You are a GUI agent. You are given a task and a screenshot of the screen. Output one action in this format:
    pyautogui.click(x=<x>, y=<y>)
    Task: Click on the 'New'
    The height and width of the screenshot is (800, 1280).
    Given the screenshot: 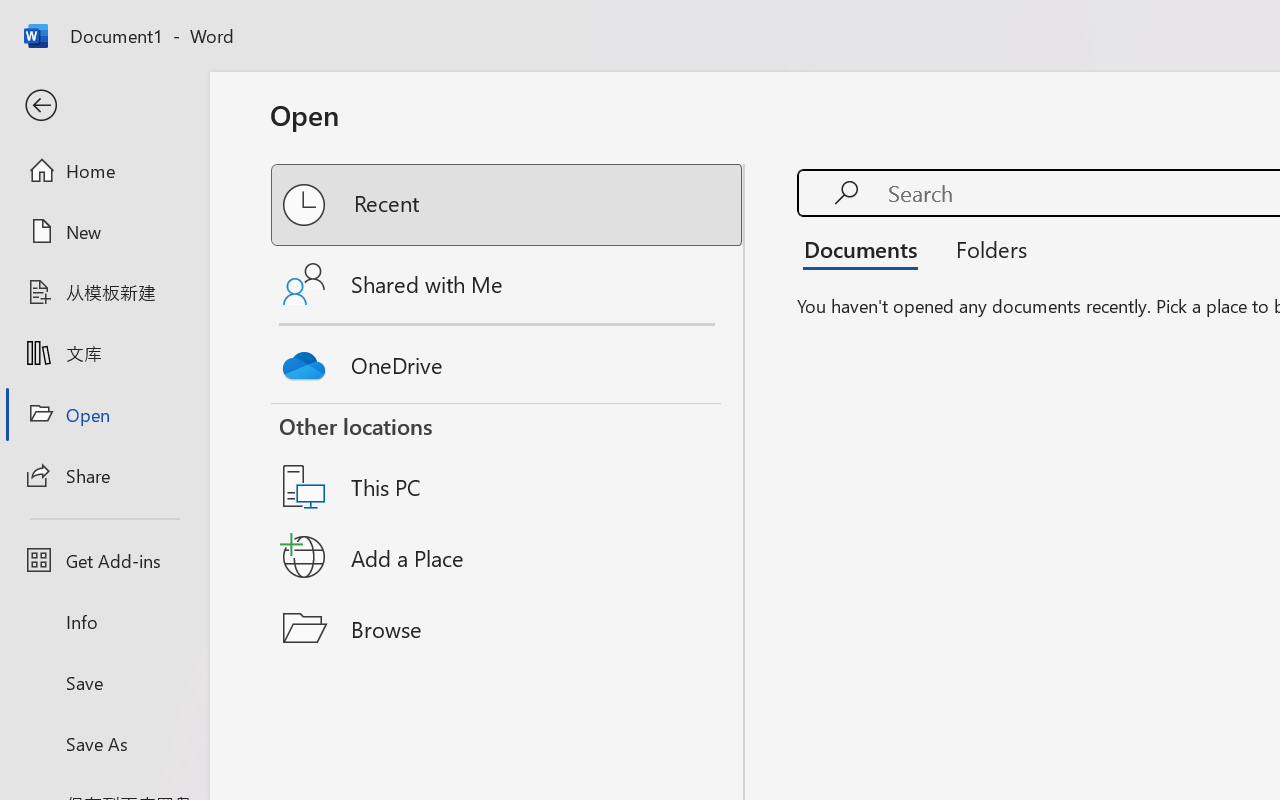 What is the action you would take?
    pyautogui.click(x=103, y=231)
    